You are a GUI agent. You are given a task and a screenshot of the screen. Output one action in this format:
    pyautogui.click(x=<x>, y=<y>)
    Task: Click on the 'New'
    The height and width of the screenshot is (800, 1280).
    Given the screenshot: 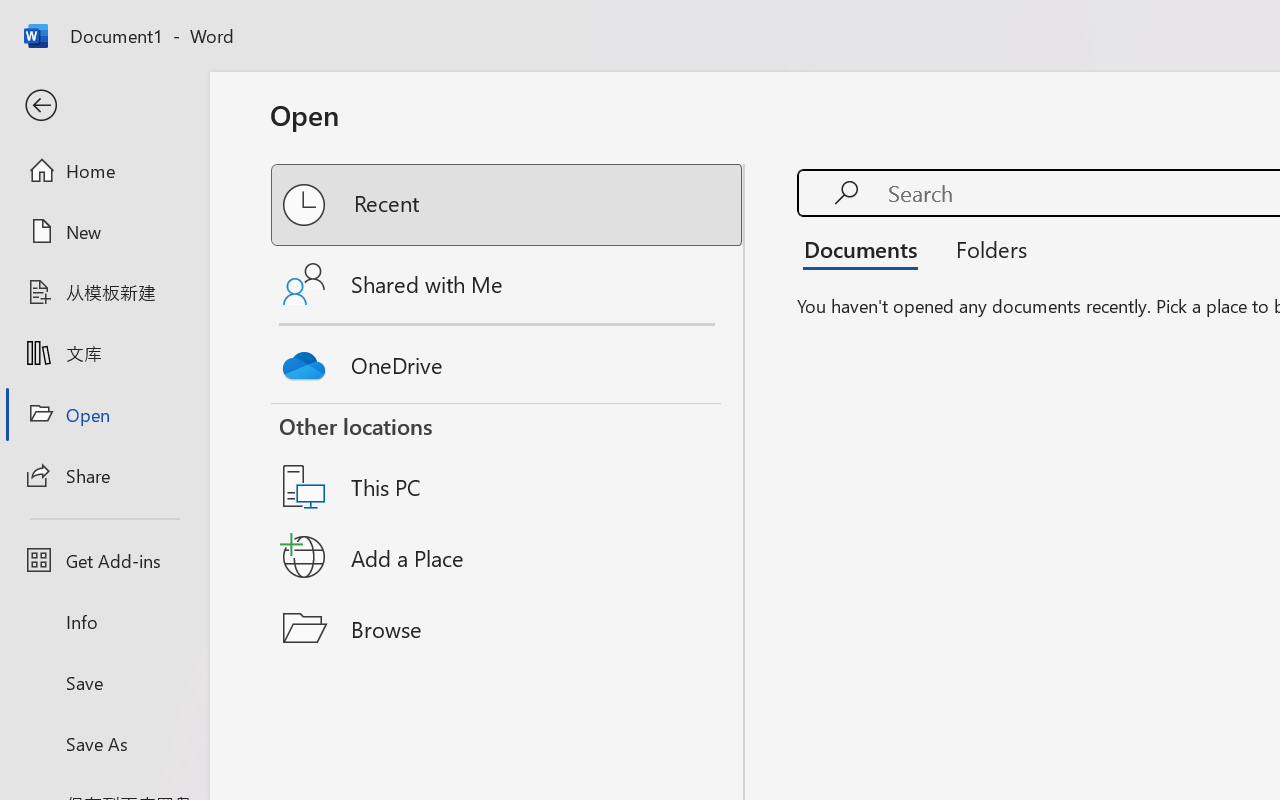 What is the action you would take?
    pyautogui.click(x=103, y=231)
    